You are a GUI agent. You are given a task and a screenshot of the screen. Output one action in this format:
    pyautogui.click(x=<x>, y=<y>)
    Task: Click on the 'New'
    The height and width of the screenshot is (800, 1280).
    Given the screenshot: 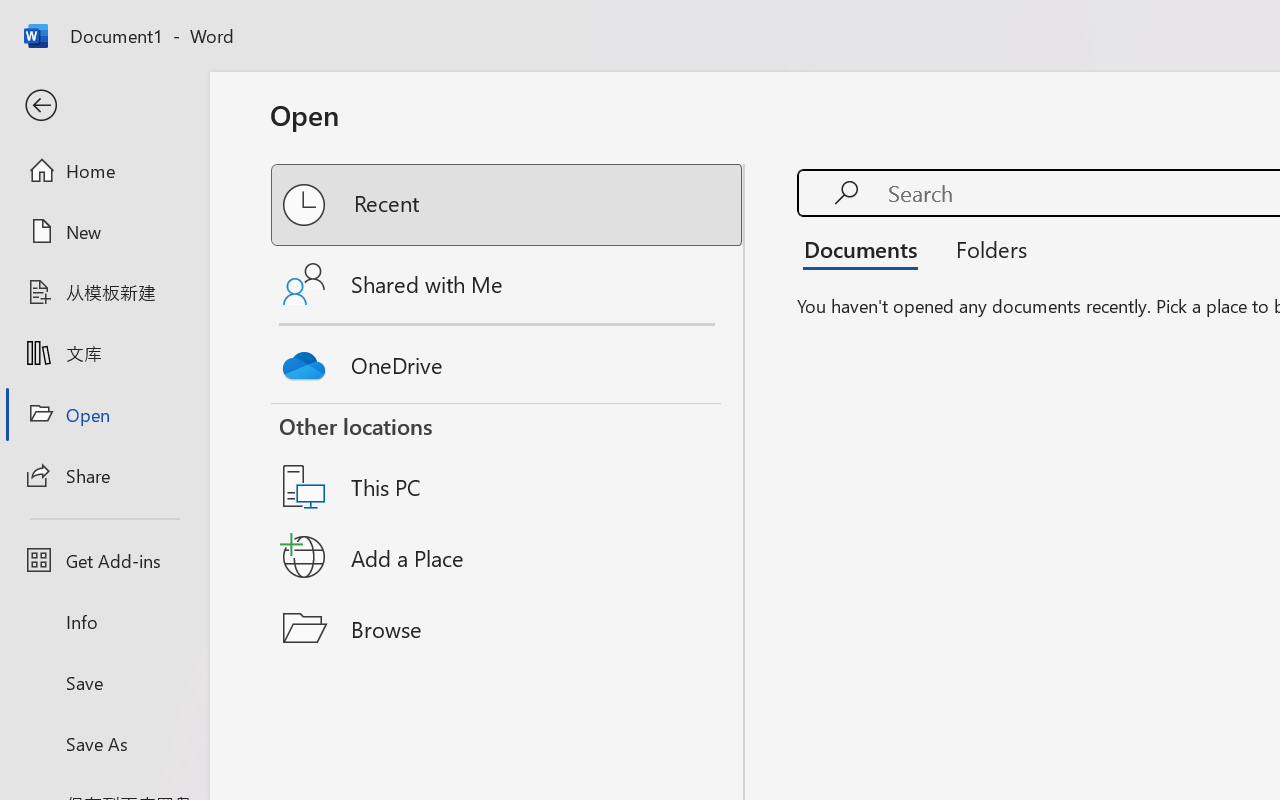 What is the action you would take?
    pyautogui.click(x=103, y=231)
    